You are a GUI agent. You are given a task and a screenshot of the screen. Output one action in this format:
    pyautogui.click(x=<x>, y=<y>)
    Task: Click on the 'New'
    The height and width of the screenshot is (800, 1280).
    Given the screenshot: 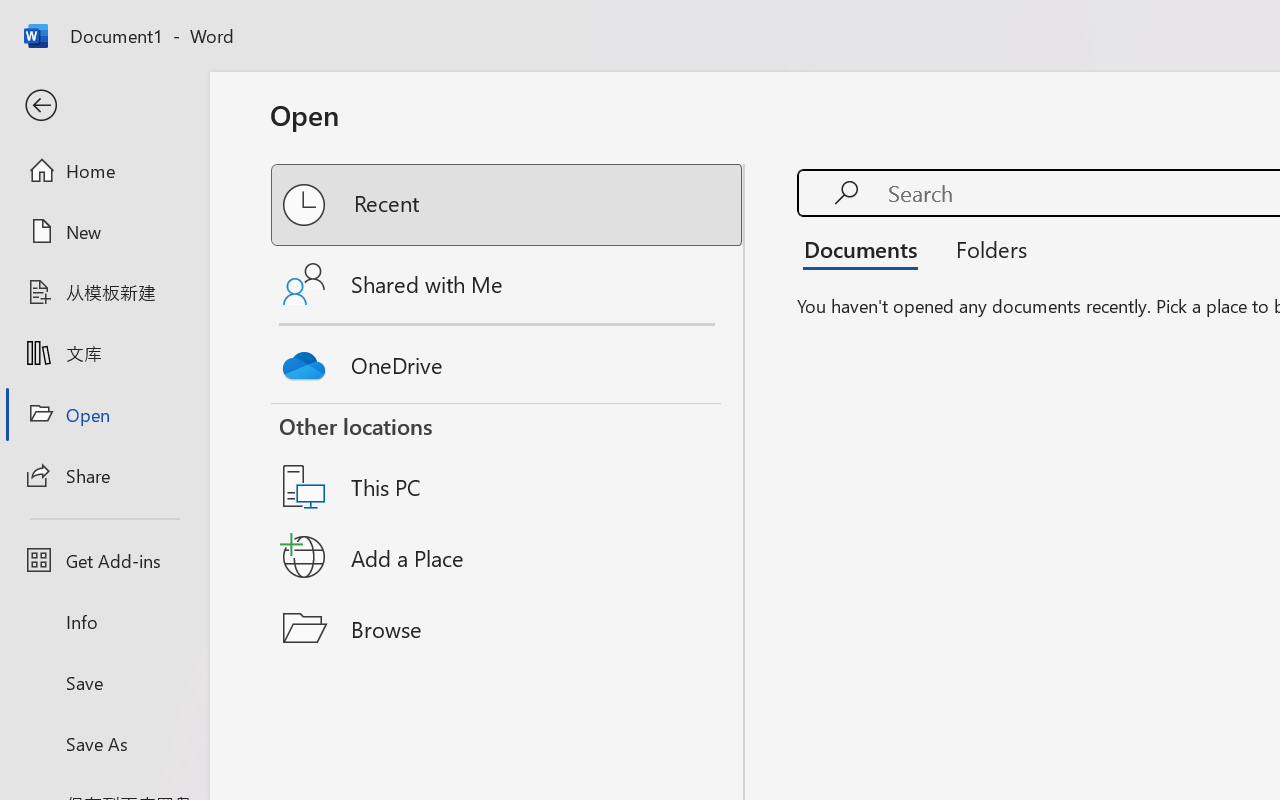 What is the action you would take?
    pyautogui.click(x=103, y=231)
    